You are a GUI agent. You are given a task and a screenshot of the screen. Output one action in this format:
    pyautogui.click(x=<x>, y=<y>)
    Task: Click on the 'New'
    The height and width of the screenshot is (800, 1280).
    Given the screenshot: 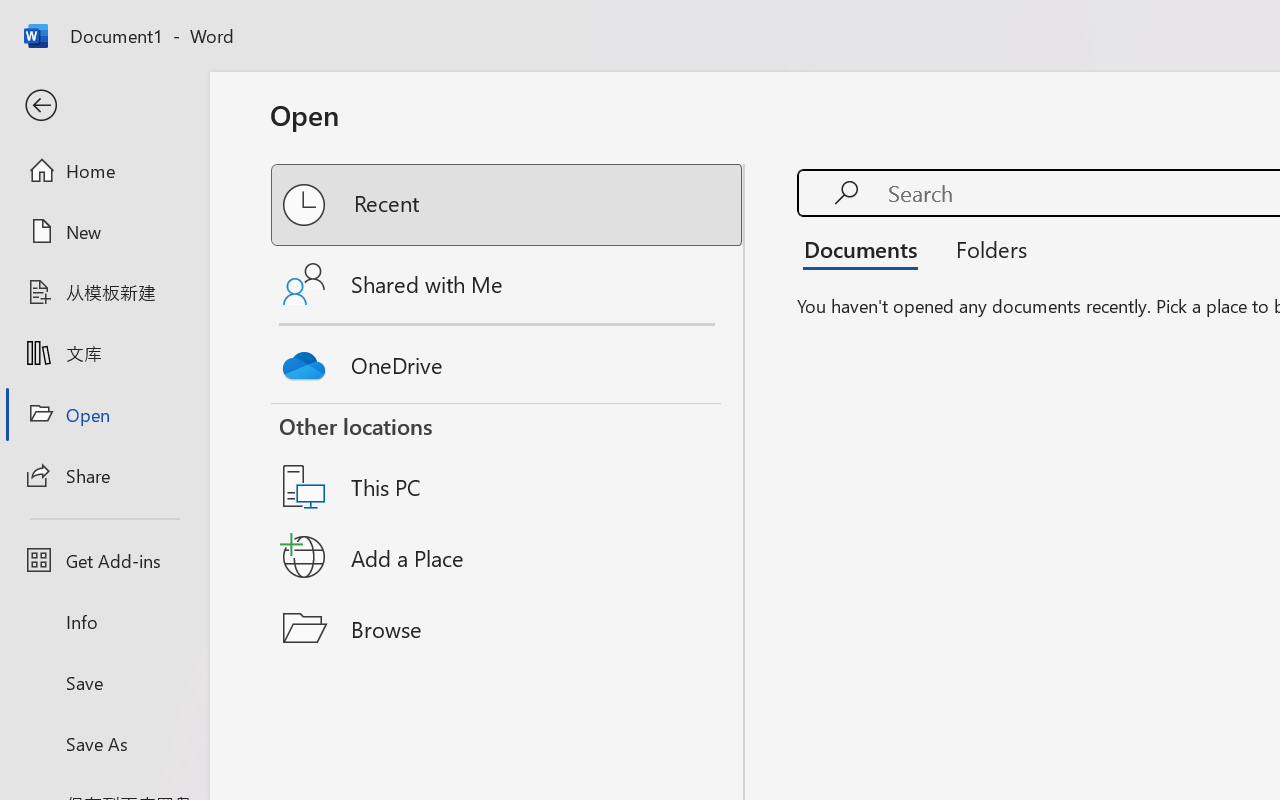 What is the action you would take?
    pyautogui.click(x=103, y=231)
    